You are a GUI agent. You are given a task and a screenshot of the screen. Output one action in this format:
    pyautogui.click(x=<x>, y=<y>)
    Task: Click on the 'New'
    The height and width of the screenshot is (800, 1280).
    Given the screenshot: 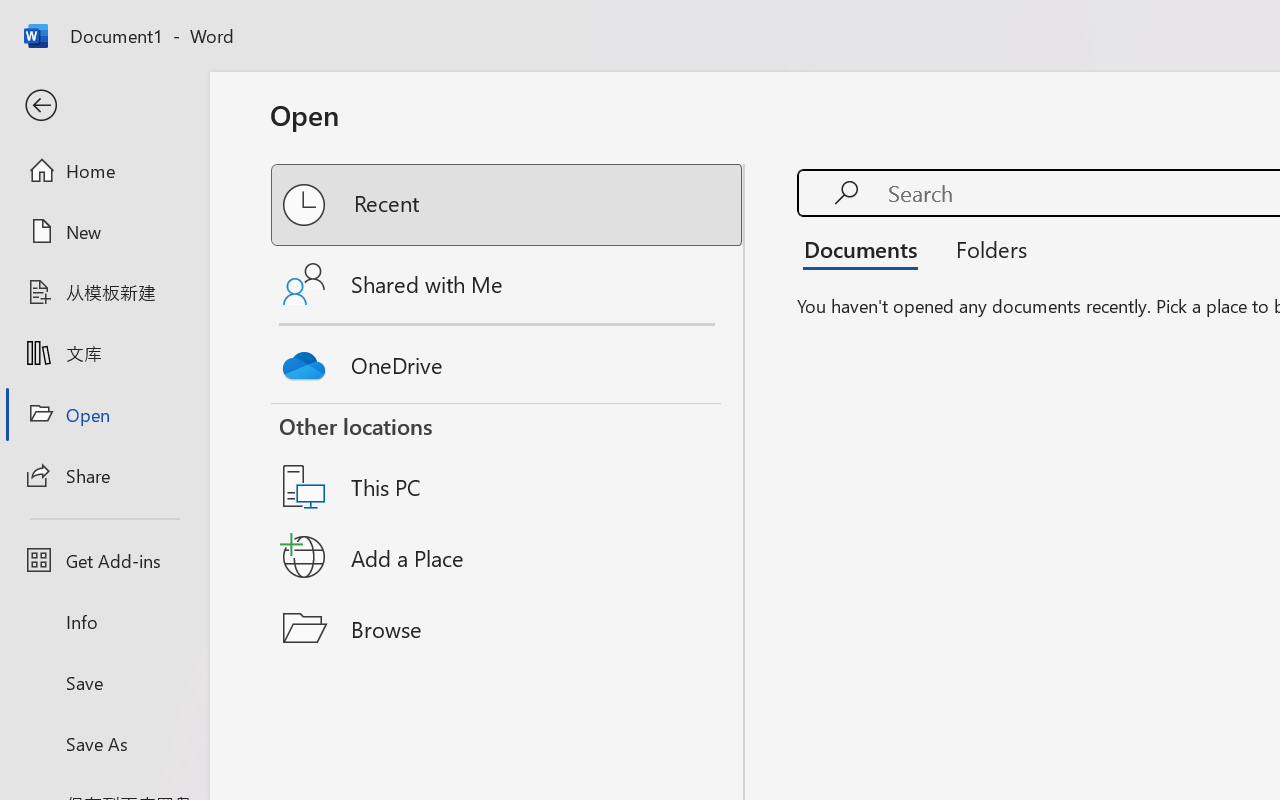 What is the action you would take?
    pyautogui.click(x=103, y=231)
    